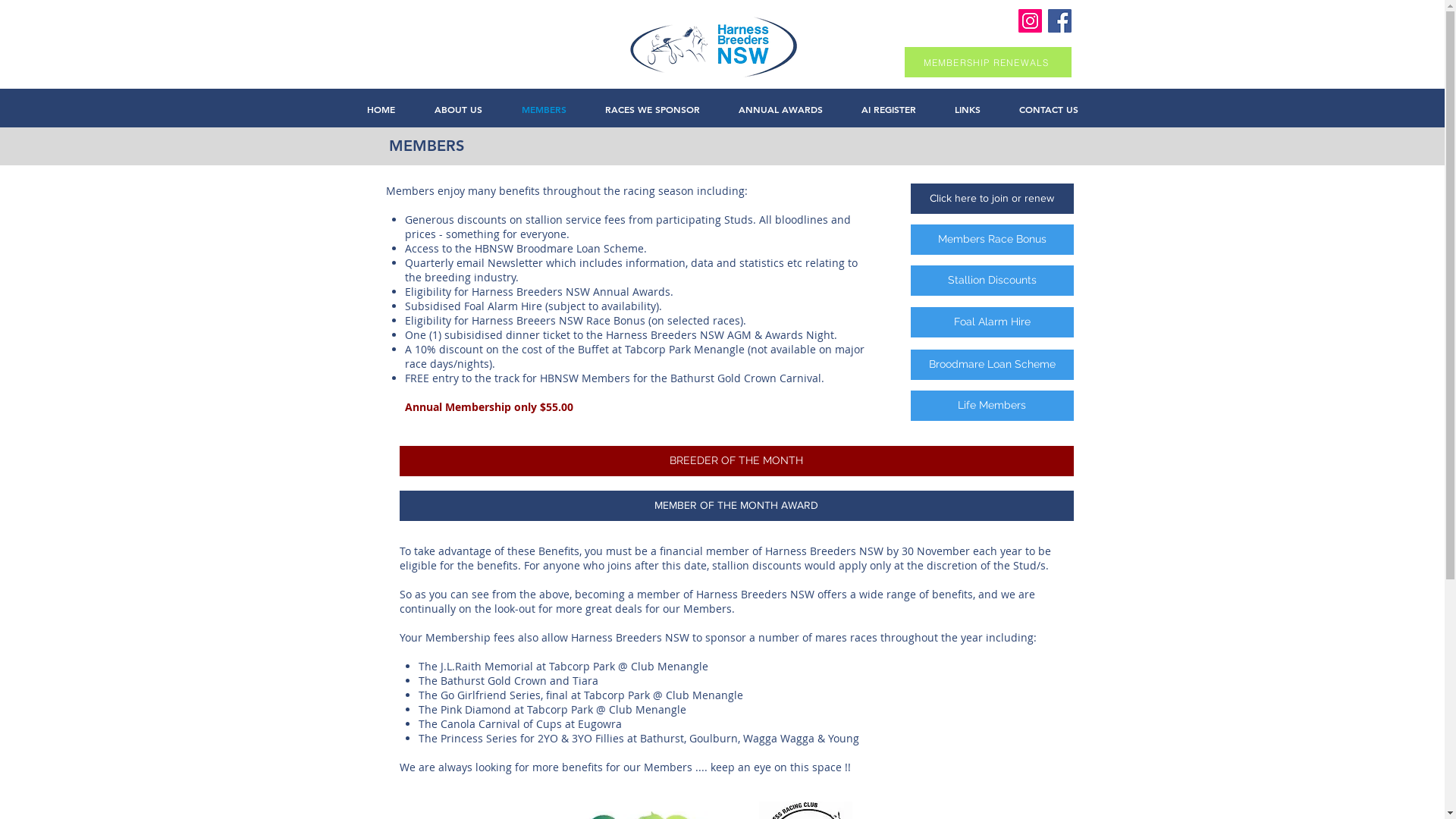 This screenshot has height=819, width=1456. Describe the element at coordinates (381, 108) in the screenshot. I see `'HOME'` at that location.